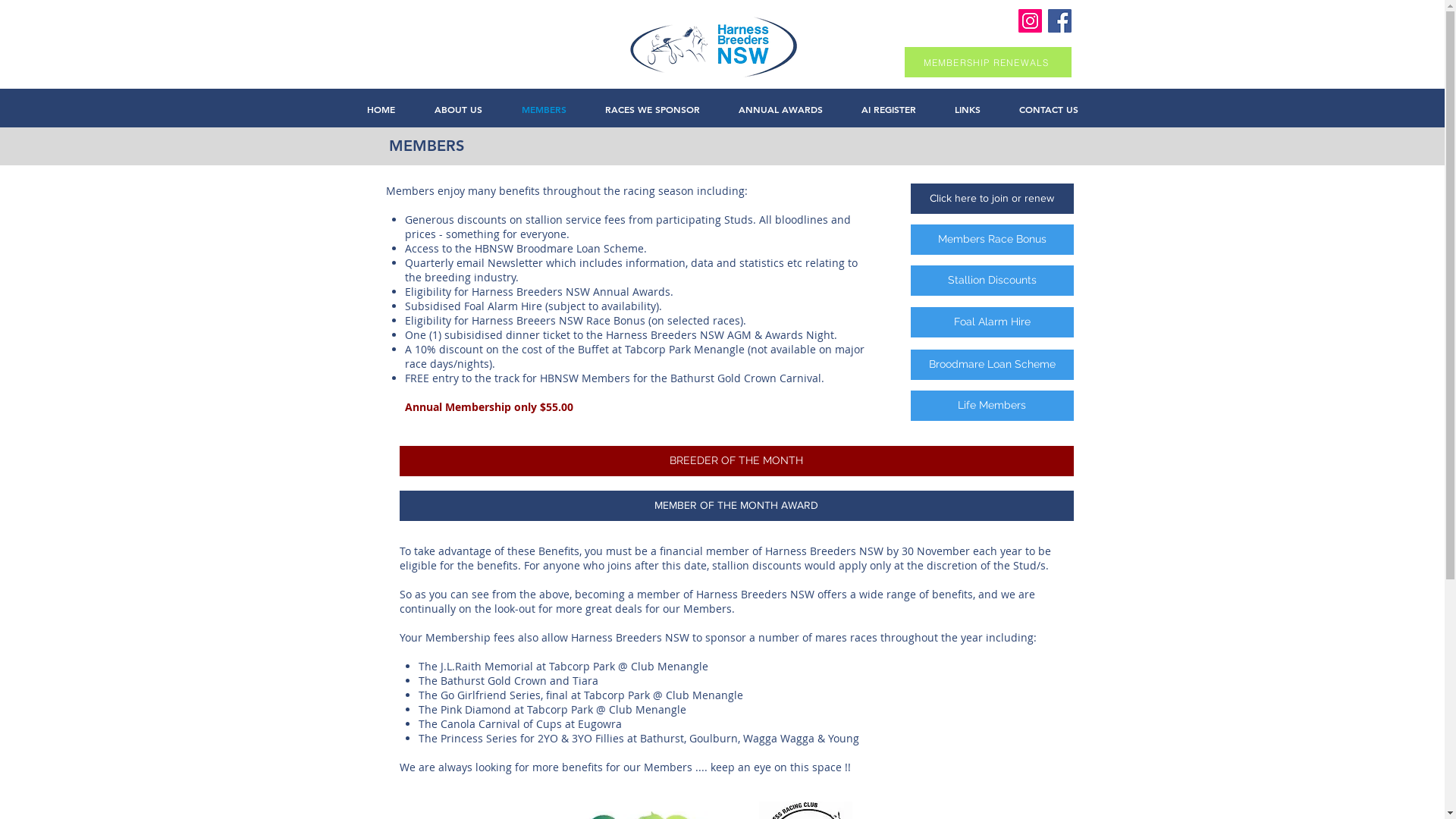 This screenshot has height=819, width=1456. Describe the element at coordinates (381, 108) in the screenshot. I see `'HOME'` at that location.